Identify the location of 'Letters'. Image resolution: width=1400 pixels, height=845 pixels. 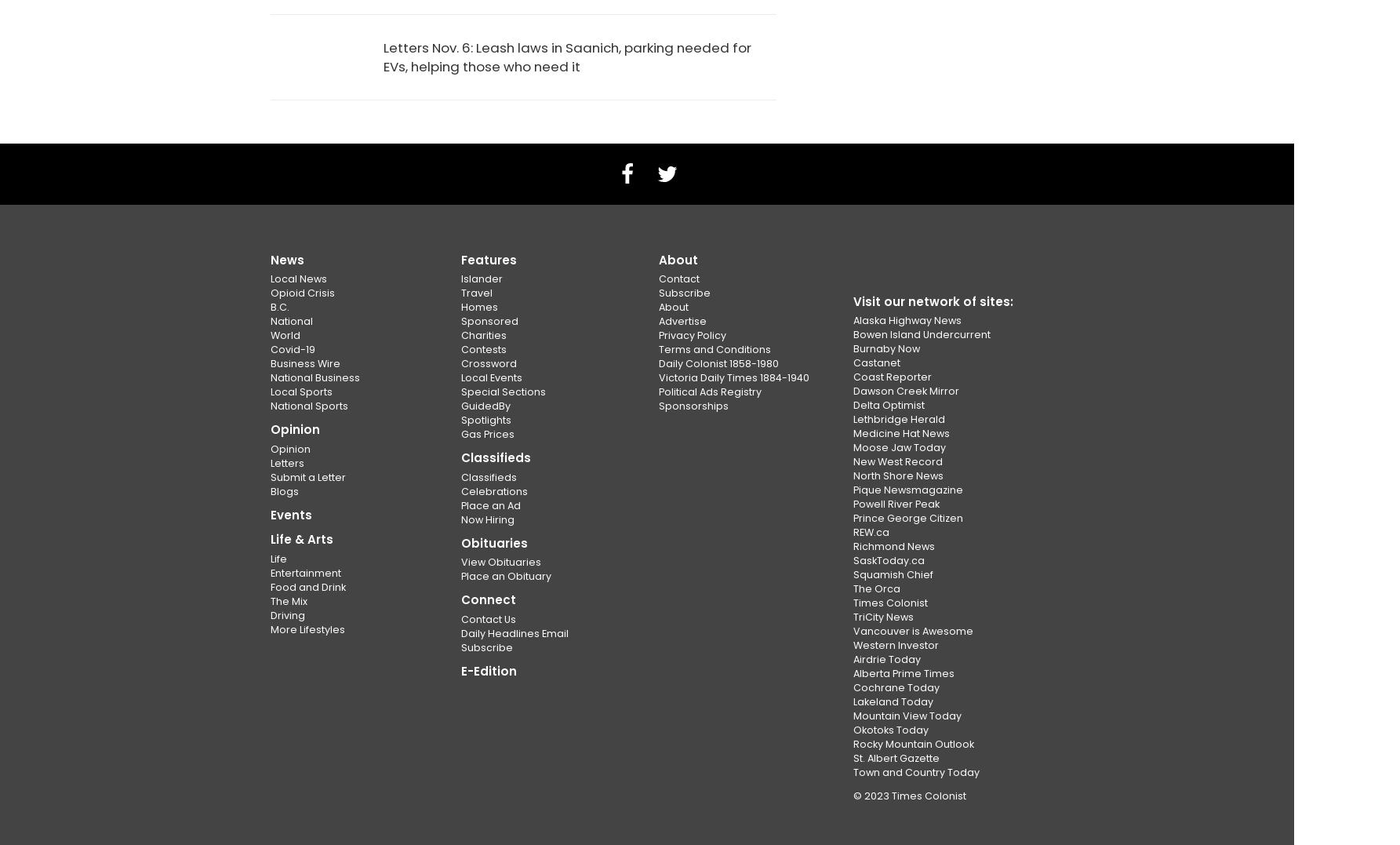
(287, 461).